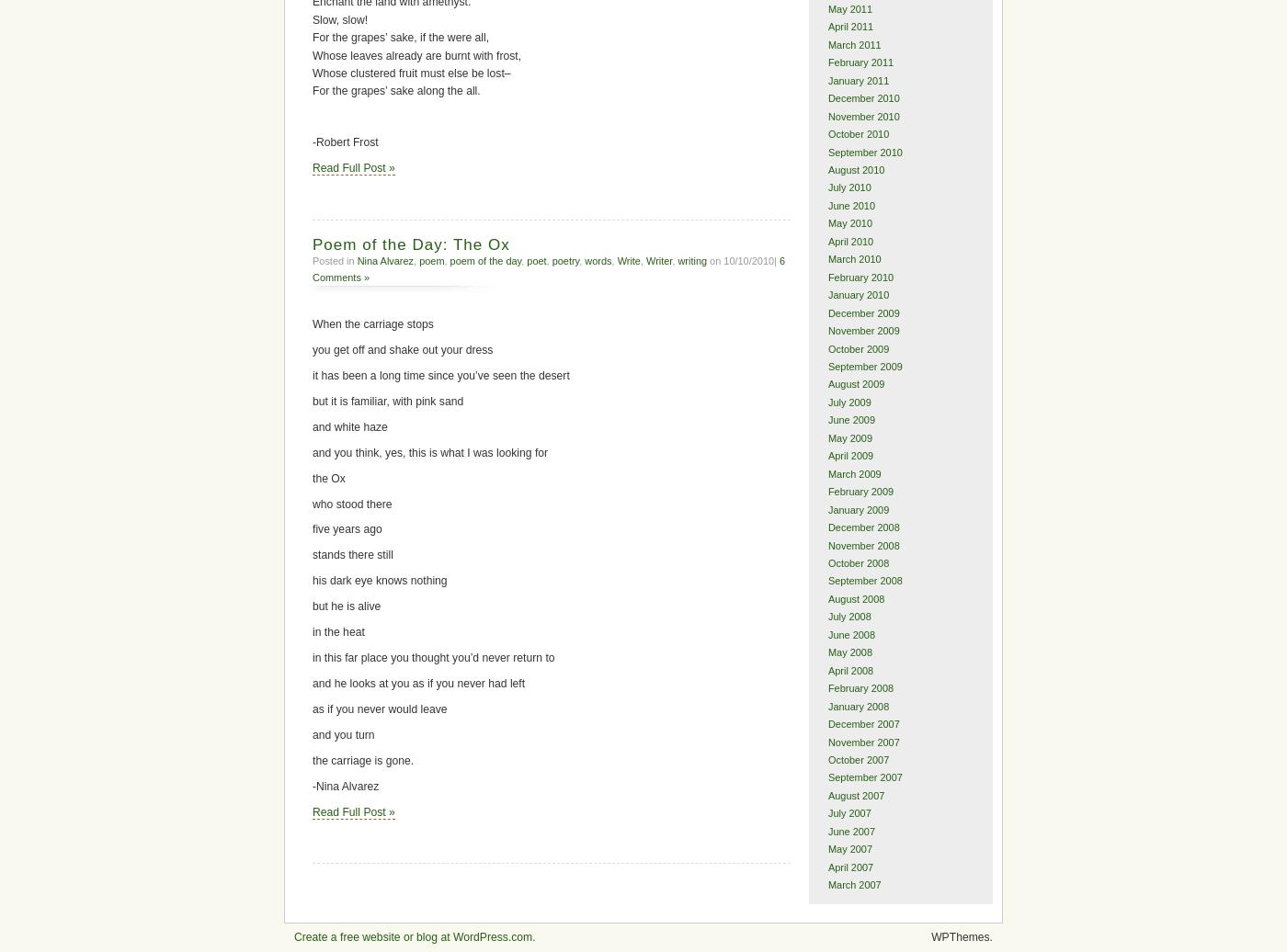  I want to click on 'but he is alive', so click(347, 606).